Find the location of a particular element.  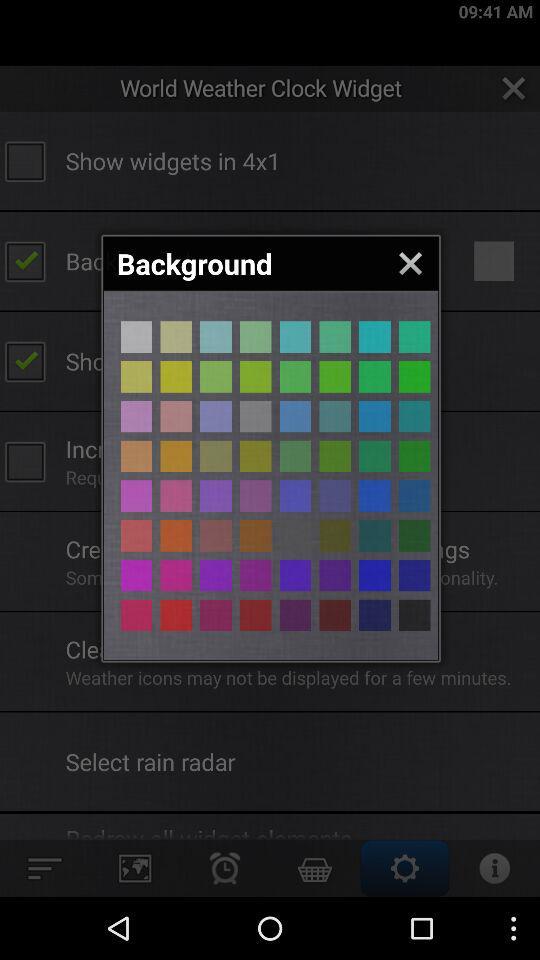

backround color is located at coordinates (255, 495).